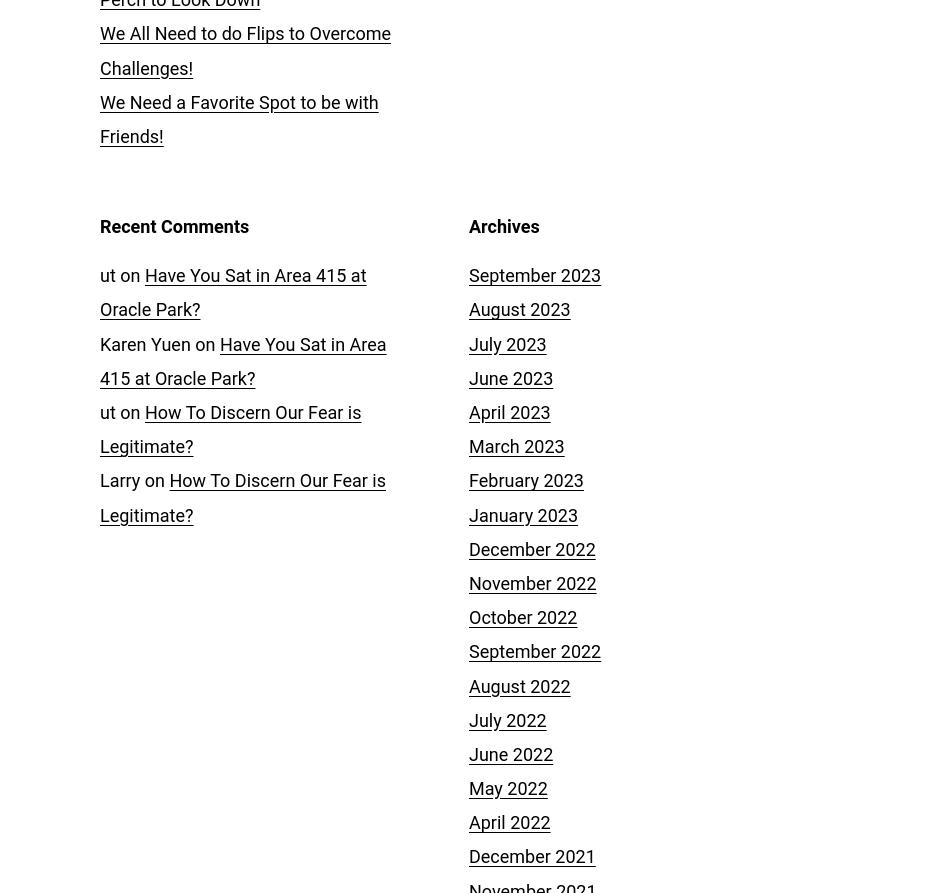 This screenshot has width=950, height=893. What do you see at coordinates (511, 377) in the screenshot?
I see `'June 2023'` at bounding box center [511, 377].